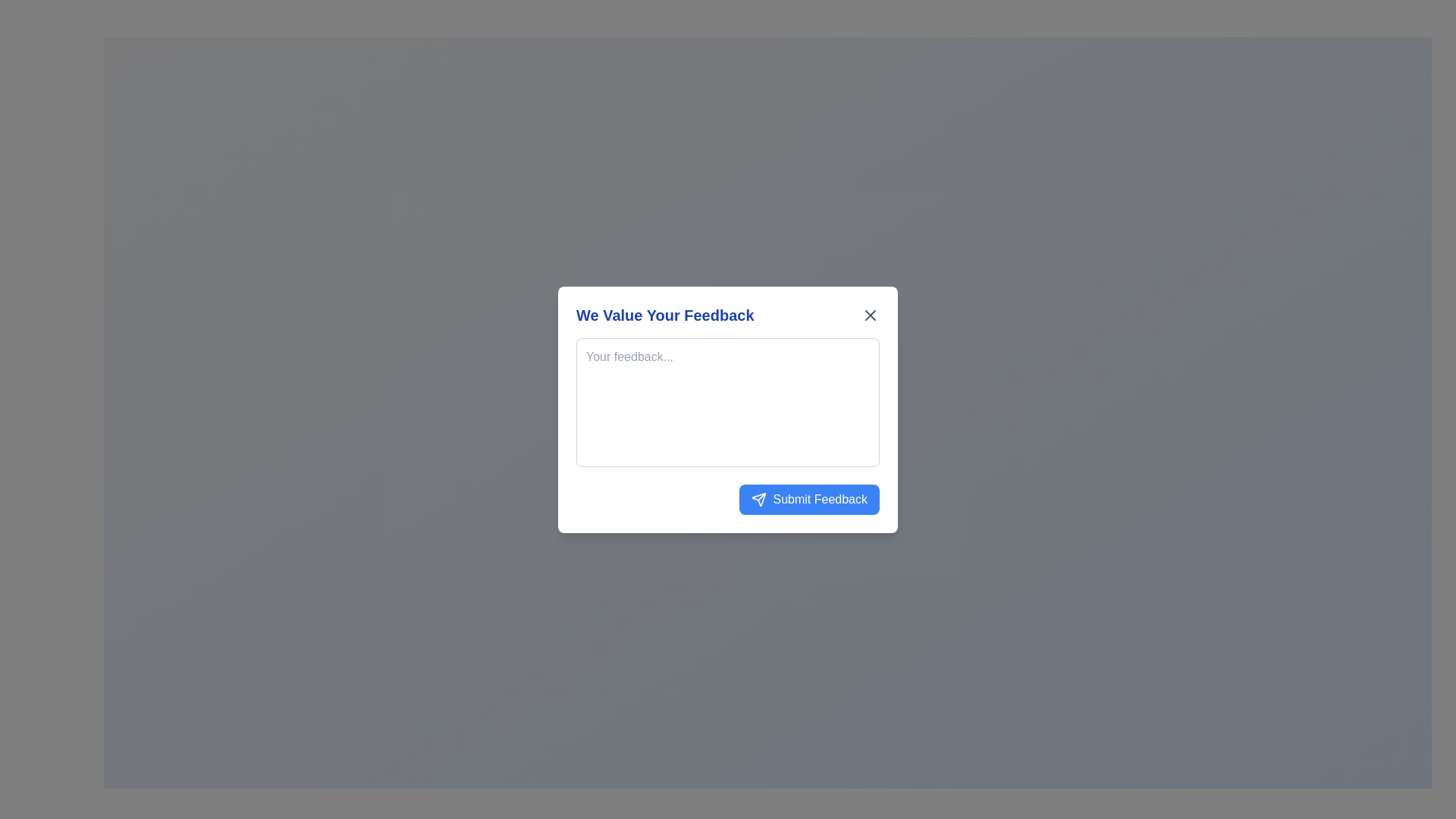 This screenshot has height=819, width=1456. I want to click on the decorative icon for the 'Submit Feedback' button, which is located to the immediate left of the 'Submit Feedback' text within the blue button in the feedback dialog box, so click(759, 499).